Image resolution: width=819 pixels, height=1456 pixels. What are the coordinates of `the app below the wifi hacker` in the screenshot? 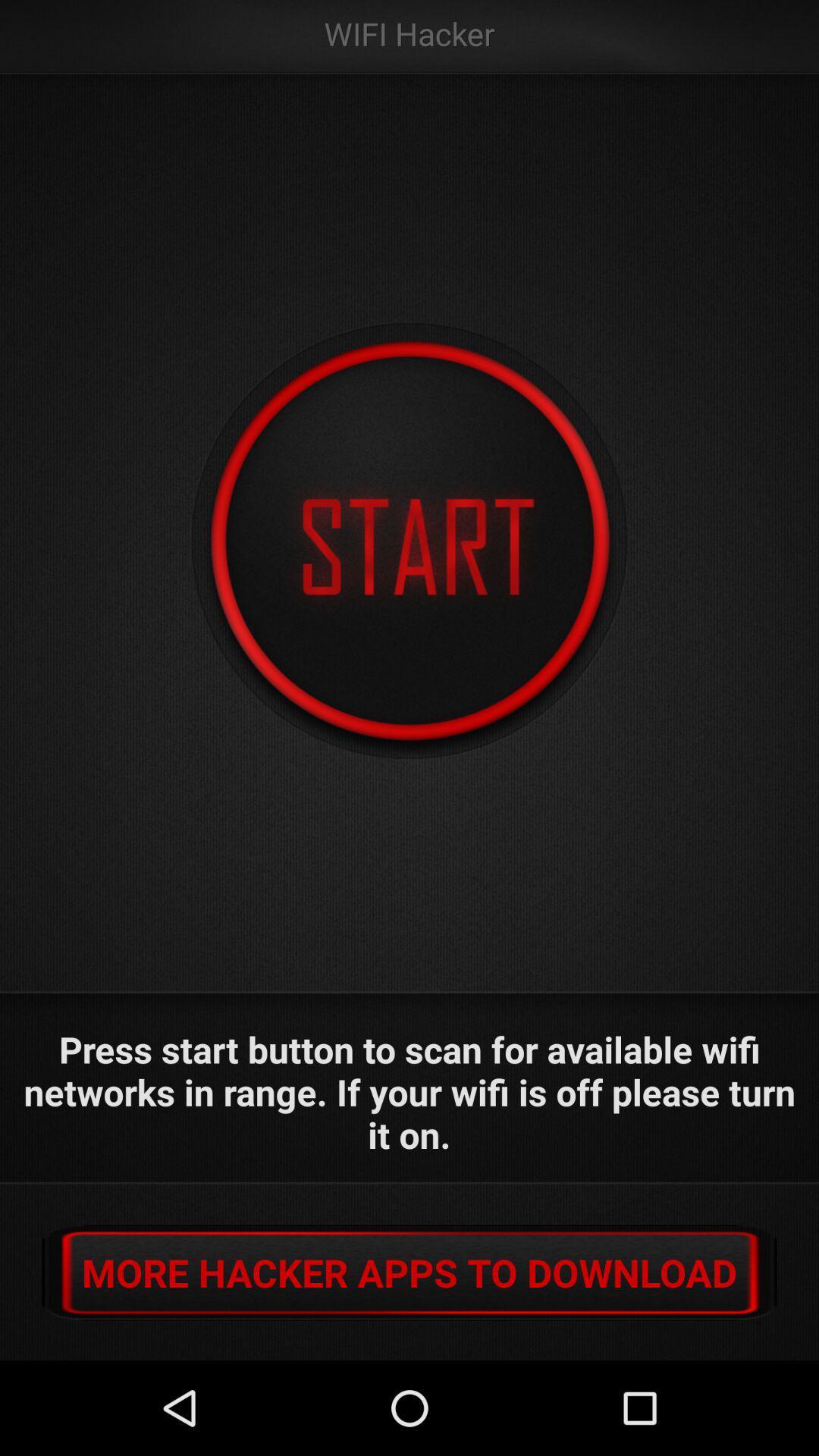 It's located at (409, 541).